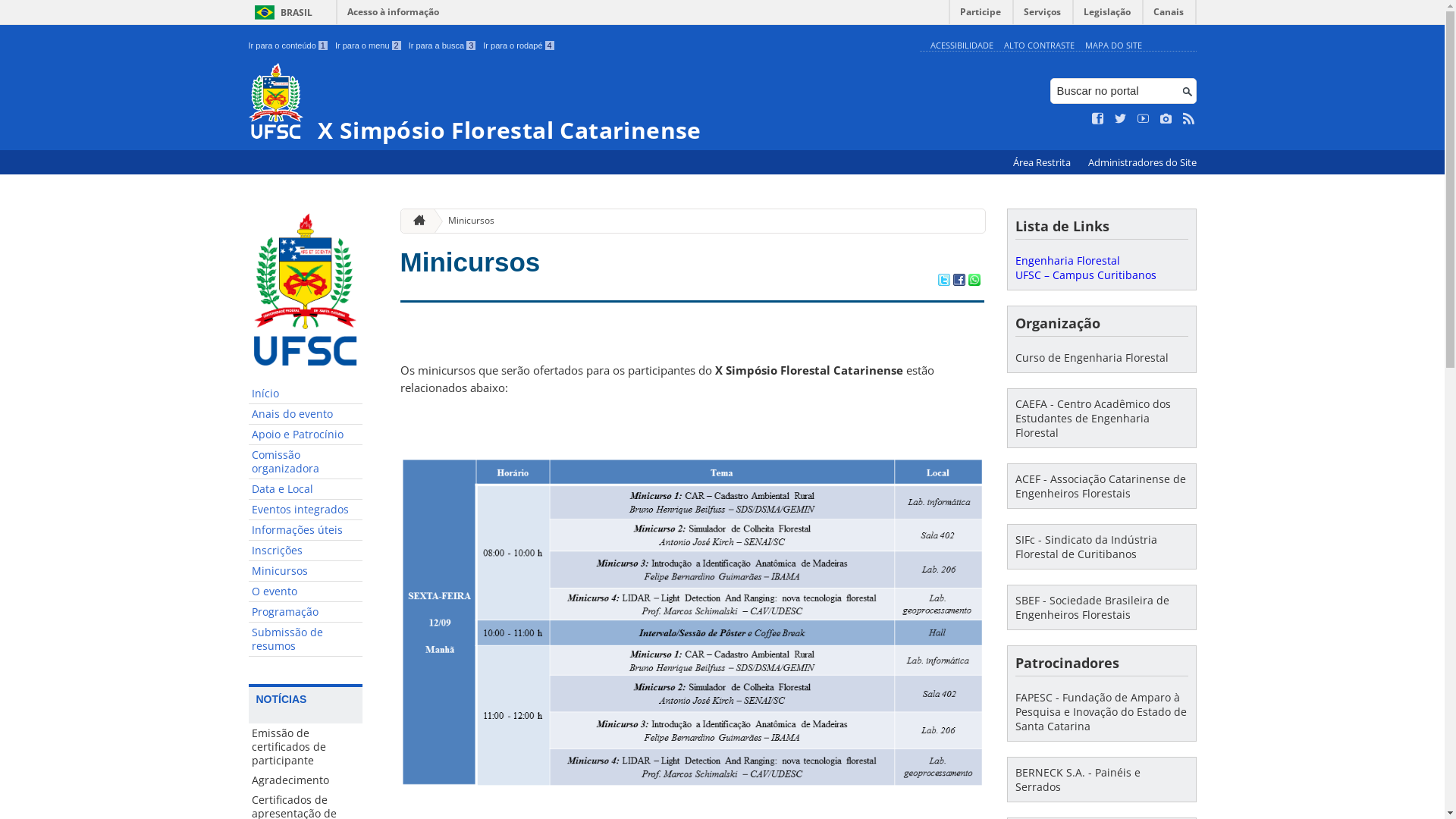  Describe the element at coordinates (1038, 44) in the screenshot. I see `'ALTO CONTRASTE'` at that location.